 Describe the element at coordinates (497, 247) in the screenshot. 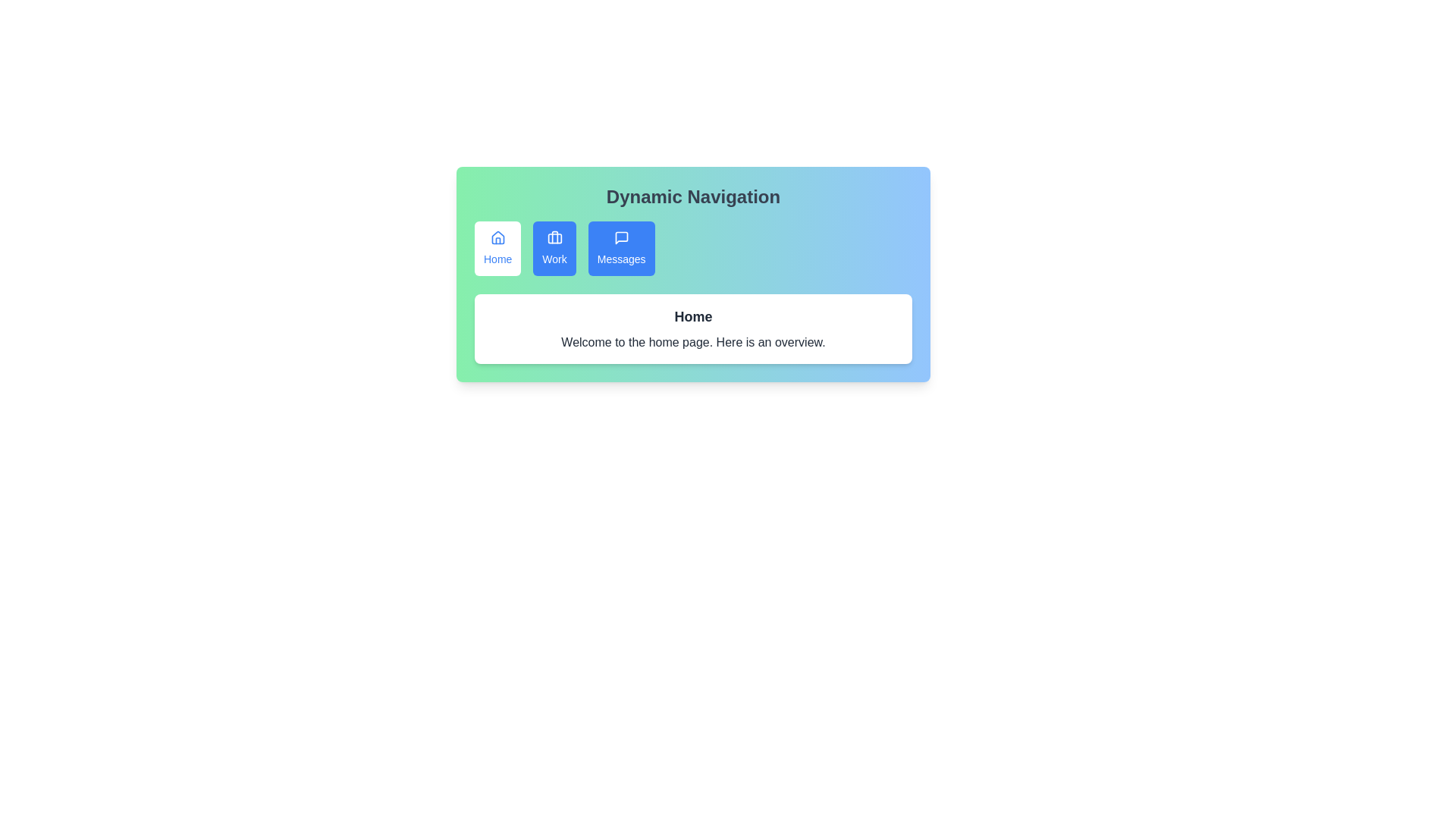

I see `the Home tab to view its content` at that location.